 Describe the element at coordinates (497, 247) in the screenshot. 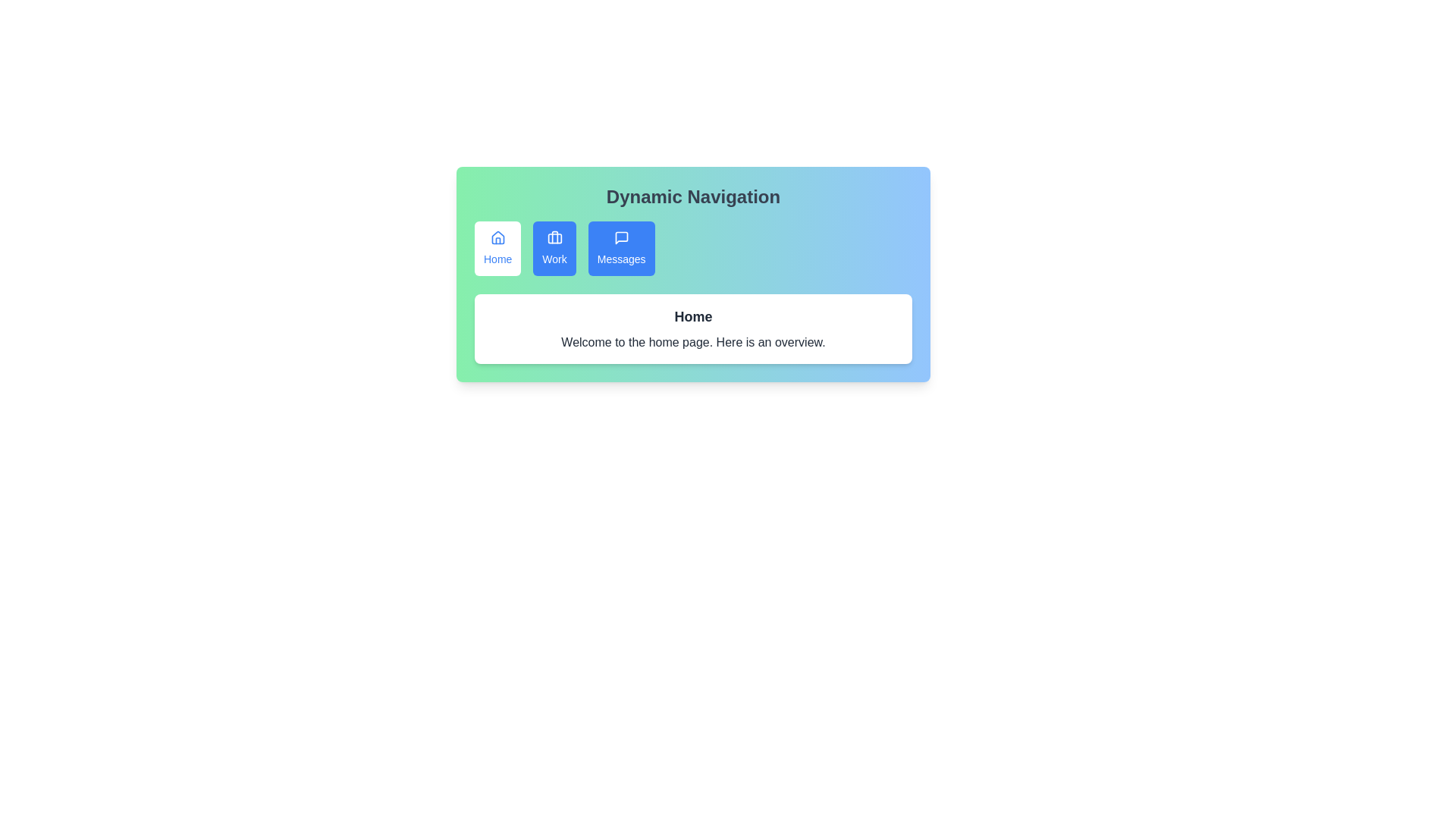

I see `the Home tab to view its content` at that location.